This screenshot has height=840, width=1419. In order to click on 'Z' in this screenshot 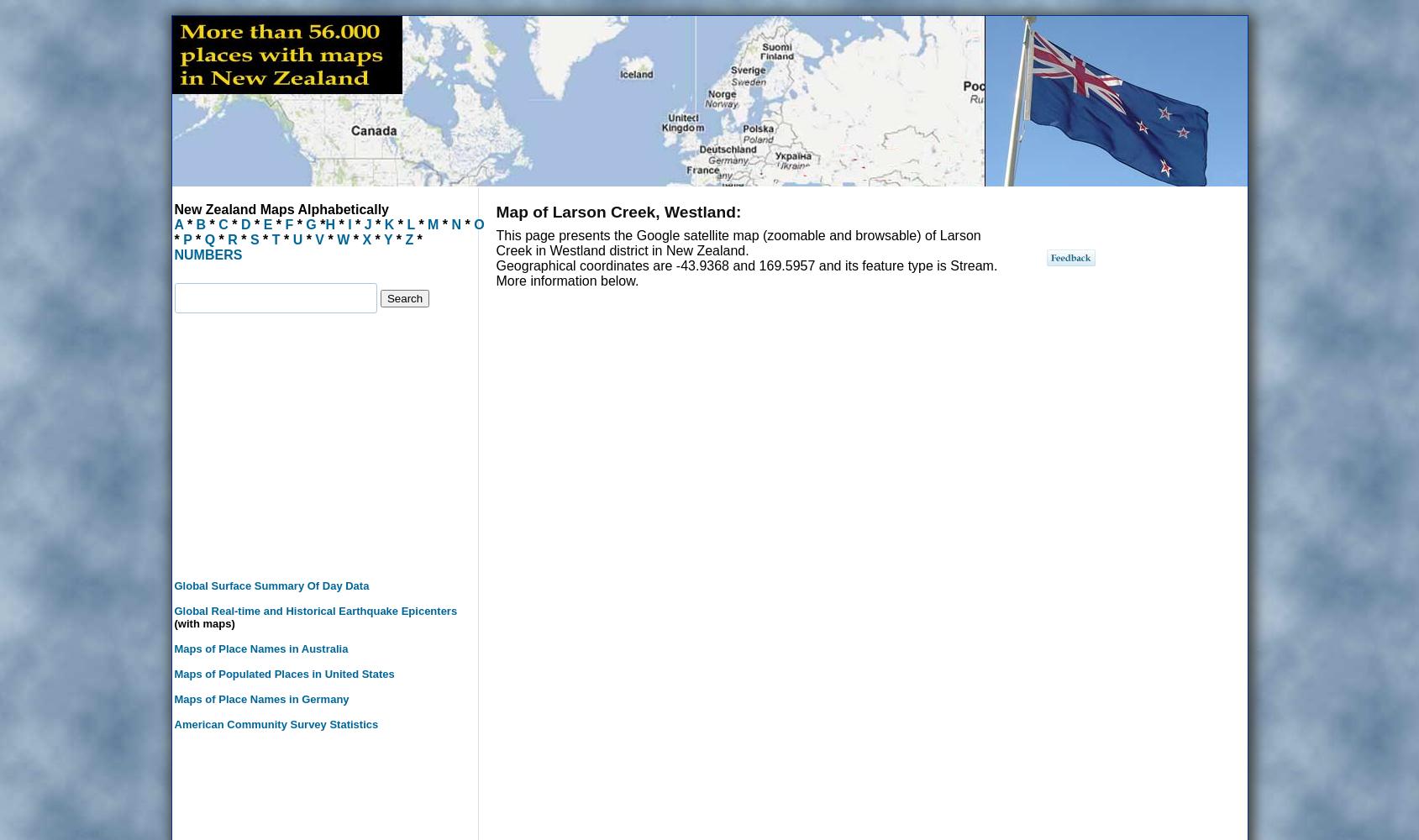, I will do `click(408, 239)`.